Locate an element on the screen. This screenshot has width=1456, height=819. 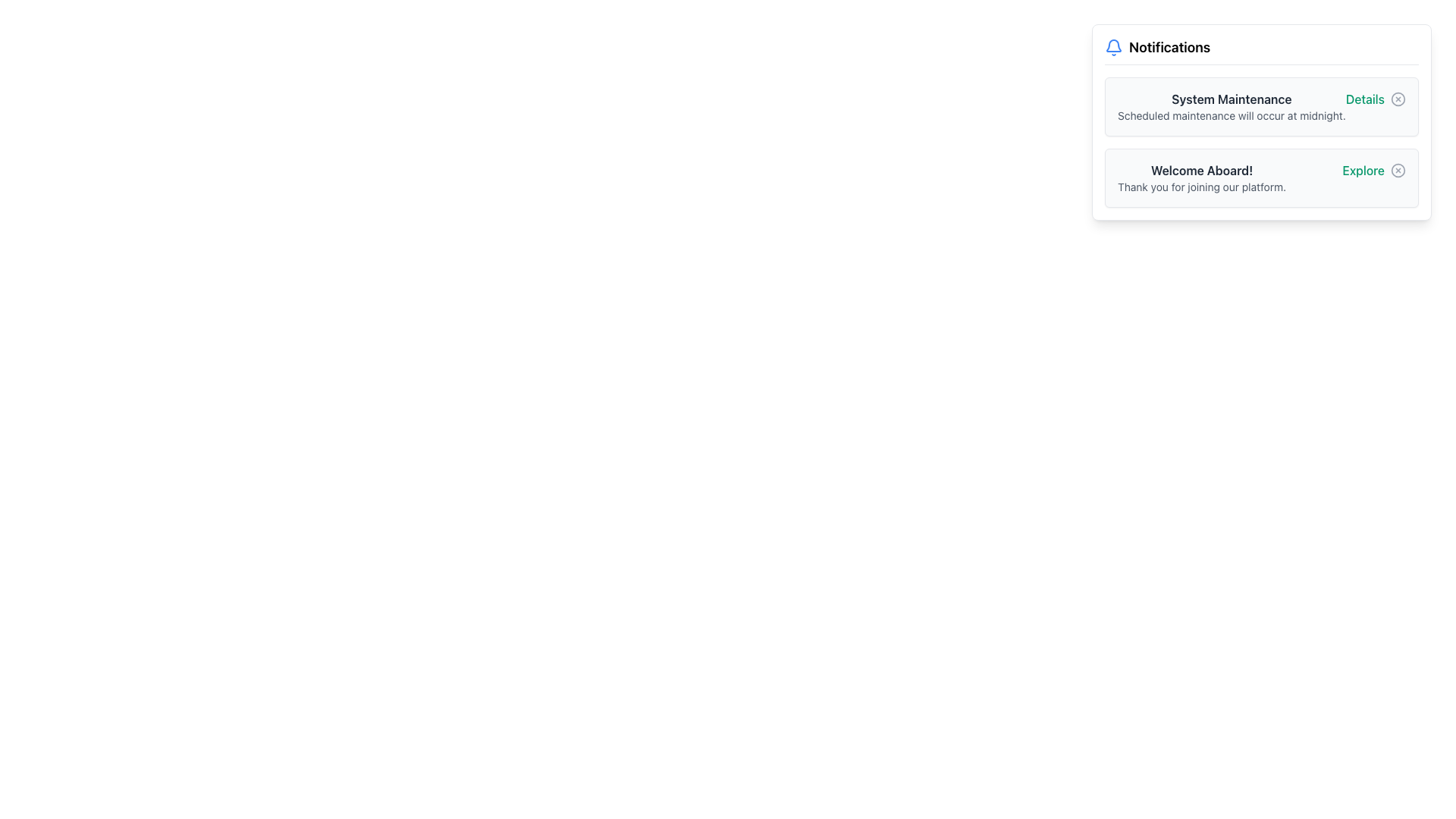
the text link labeled 'Explore' in the second notification card is located at coordinates (1363, 170).